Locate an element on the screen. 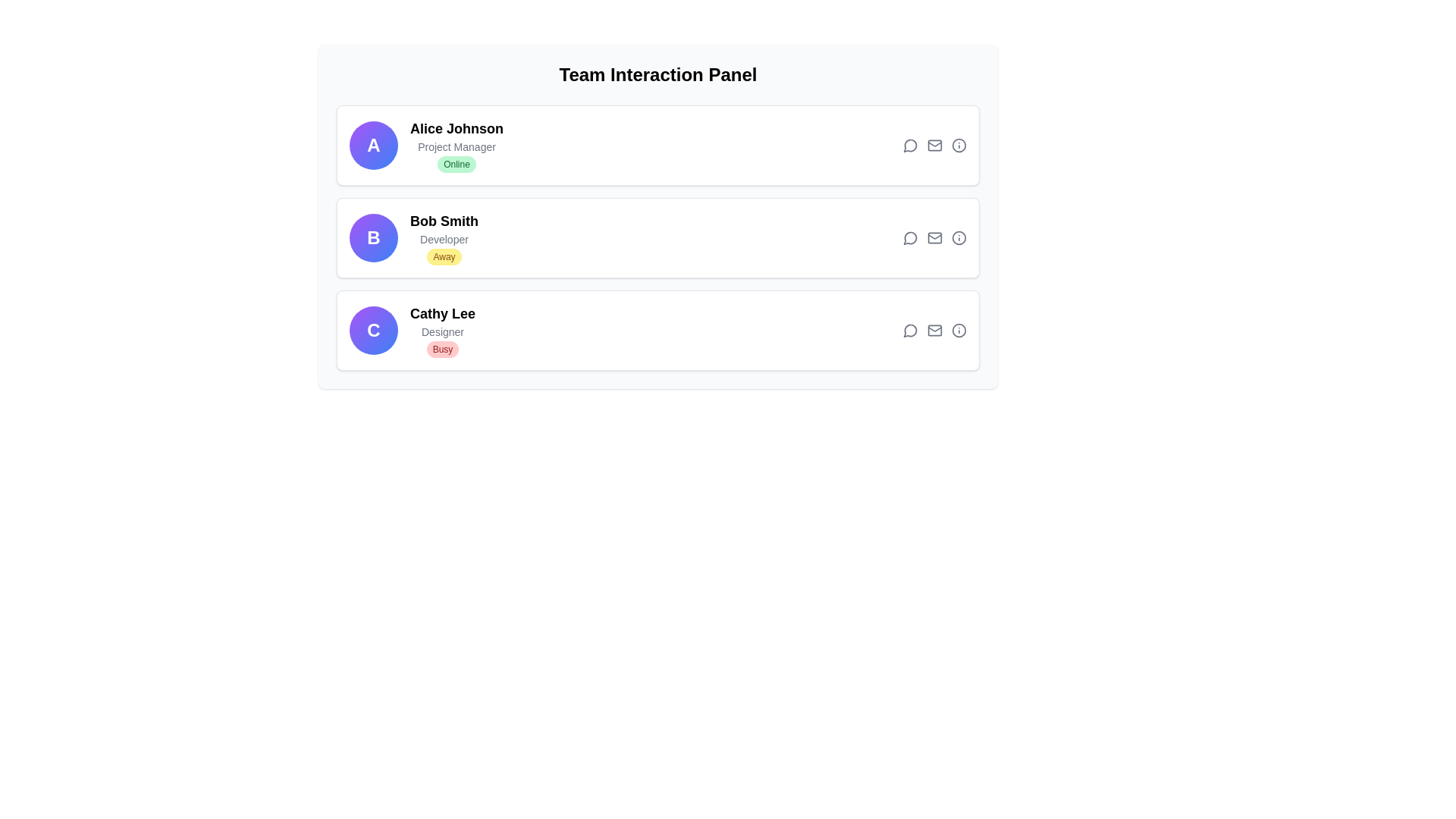 The height and width of the screenshot is (819, 1456). the Profile Avatar representing user 'Bob Smith', which displays the initial 'B' and is located at the leftmost side of the user profile card is located at coordinates (374, 237).